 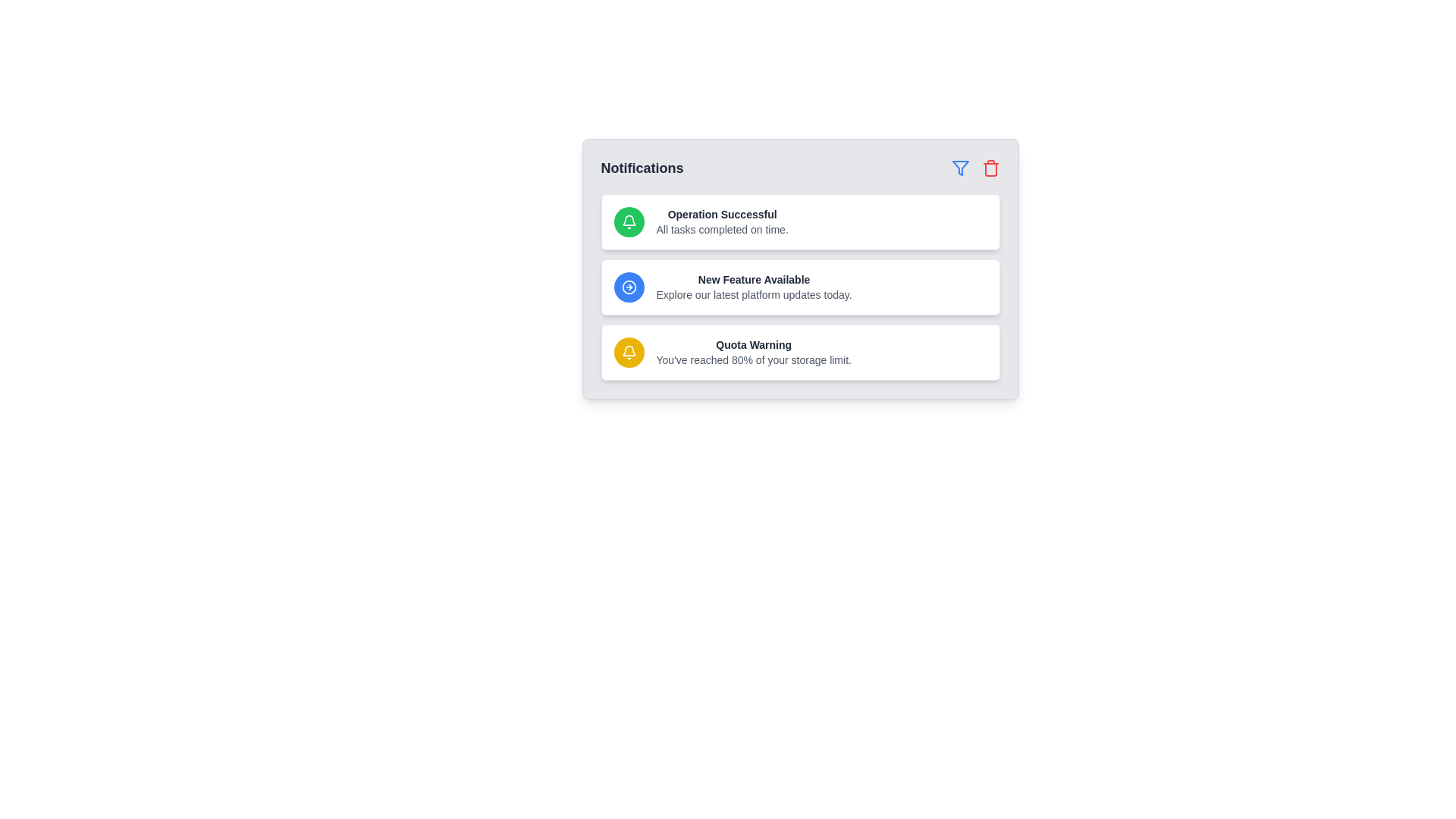 What do you see at coordinates (754, 353) in the screenshot?
I see `warning message from the third notification card in the application's notification panel, located to the right of the yellow bell icon` at bounding box center [754, 353].